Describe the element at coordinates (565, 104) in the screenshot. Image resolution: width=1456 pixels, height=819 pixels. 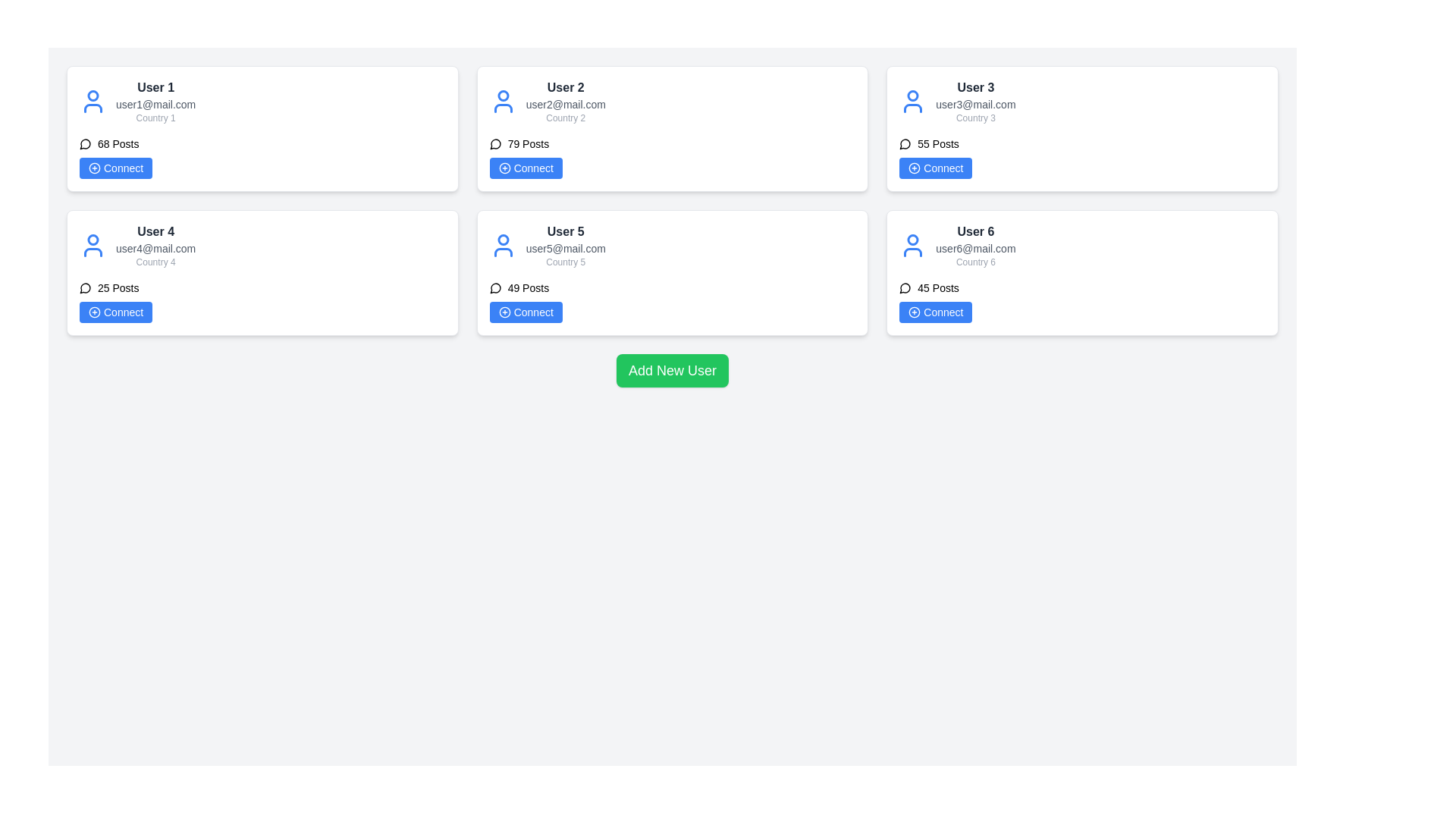
I see `the static text label displaying the email address 'user2@mail.com', which is styled with a small font size and gray color, located in the user detail card of 'User 2', positioned below the user's name and above their location` at that location.